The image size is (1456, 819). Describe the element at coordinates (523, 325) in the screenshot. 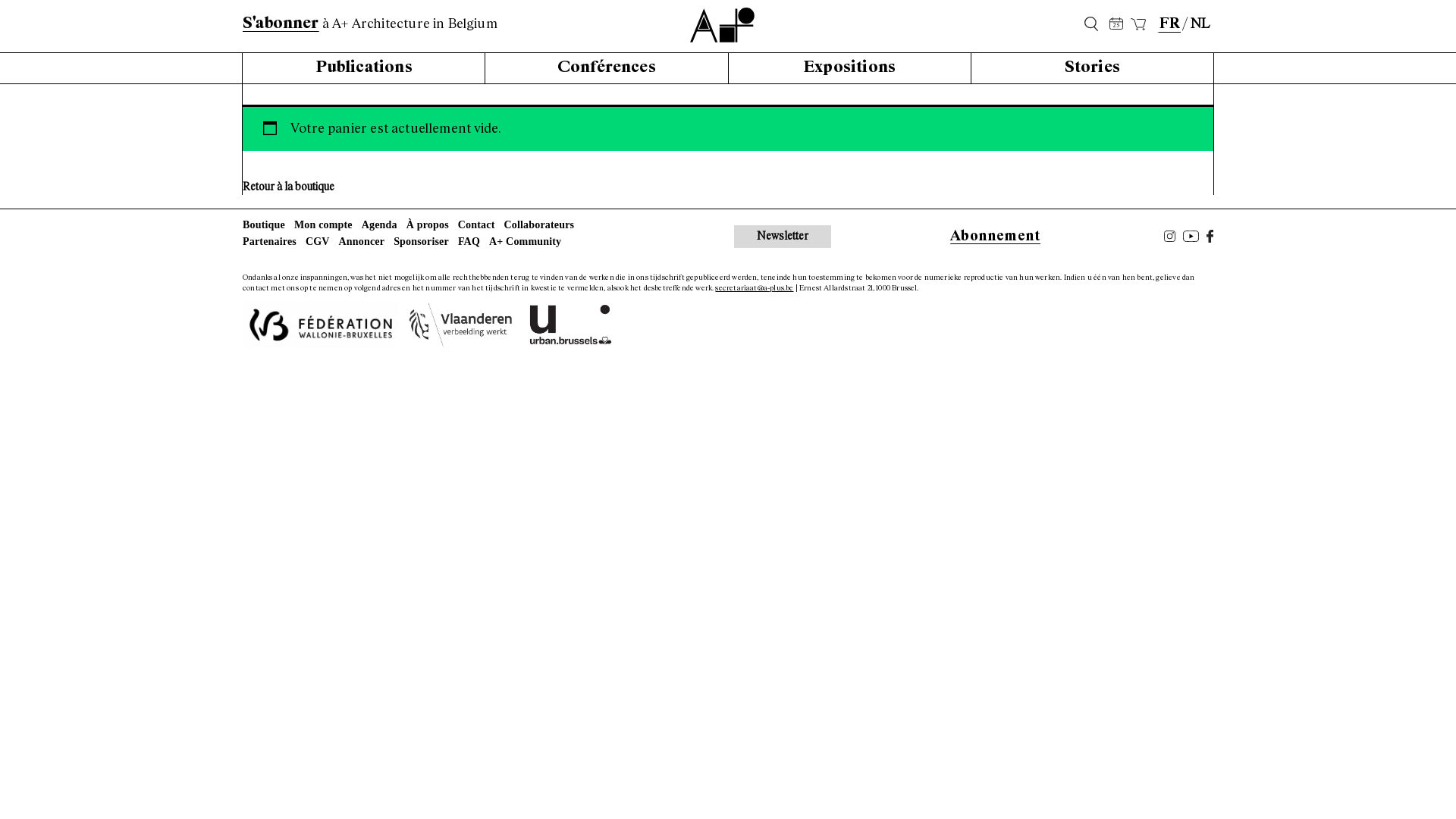

I see `'urban.brussels'` at that location.